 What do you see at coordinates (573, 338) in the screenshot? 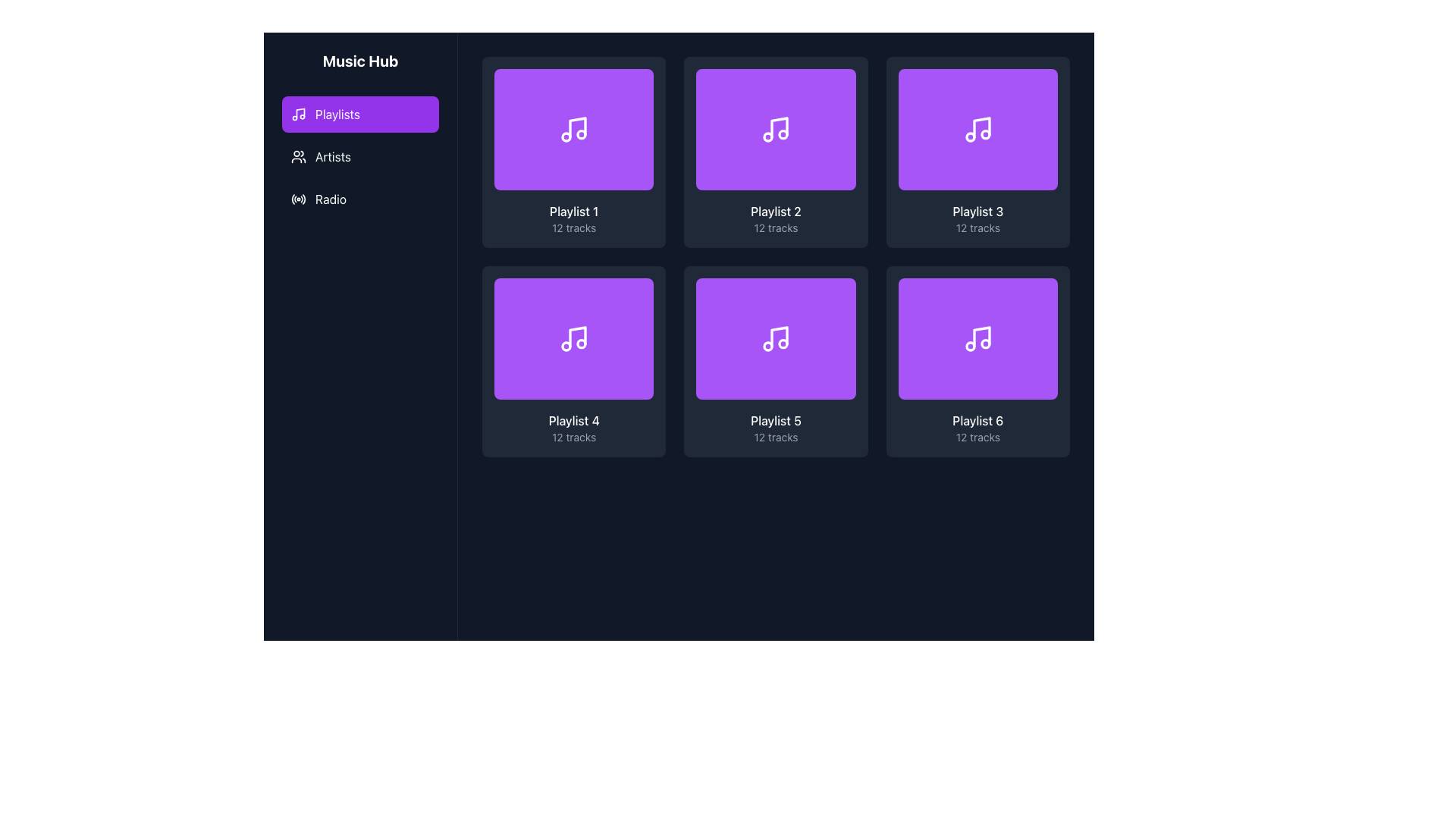
I see `the musical note icon within the 'Playlist 4' card` at bounding box center [573, 338].